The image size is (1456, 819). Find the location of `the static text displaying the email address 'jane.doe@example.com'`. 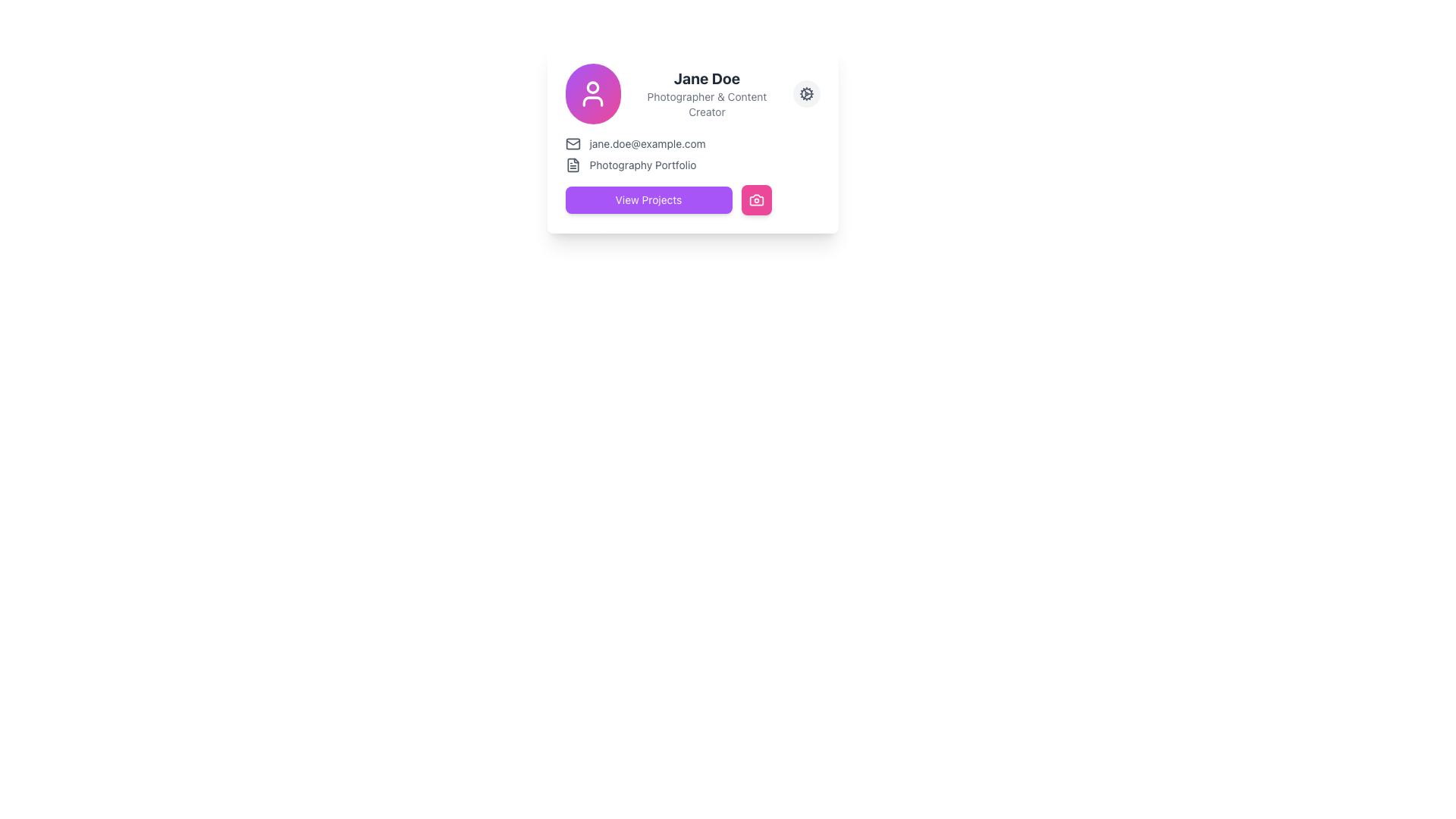

the static text displaying the email address 'jane.doe@example.com' is located at coordinates (648, 143).